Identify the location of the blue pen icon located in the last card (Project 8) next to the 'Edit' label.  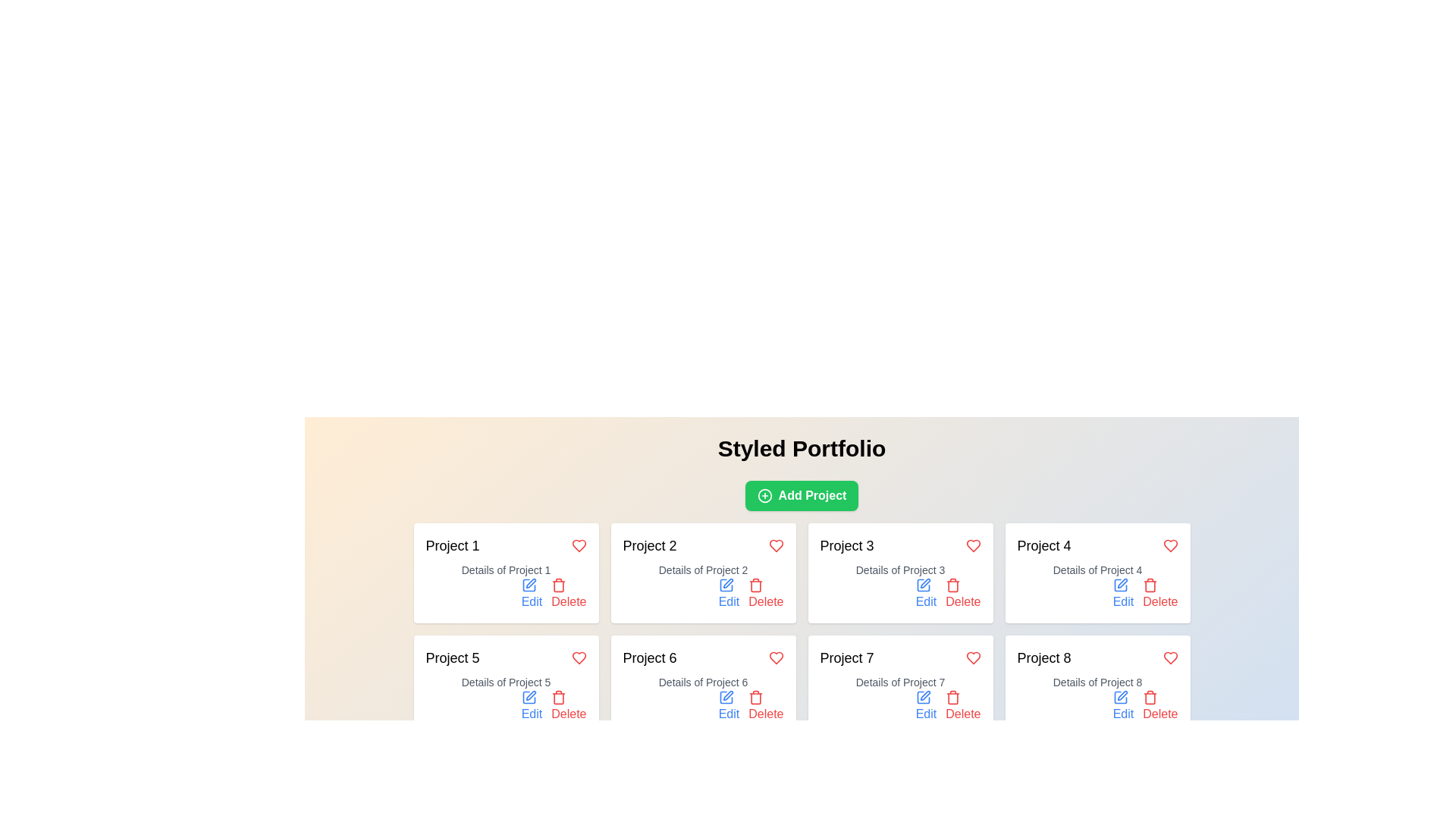
(1120, 698).